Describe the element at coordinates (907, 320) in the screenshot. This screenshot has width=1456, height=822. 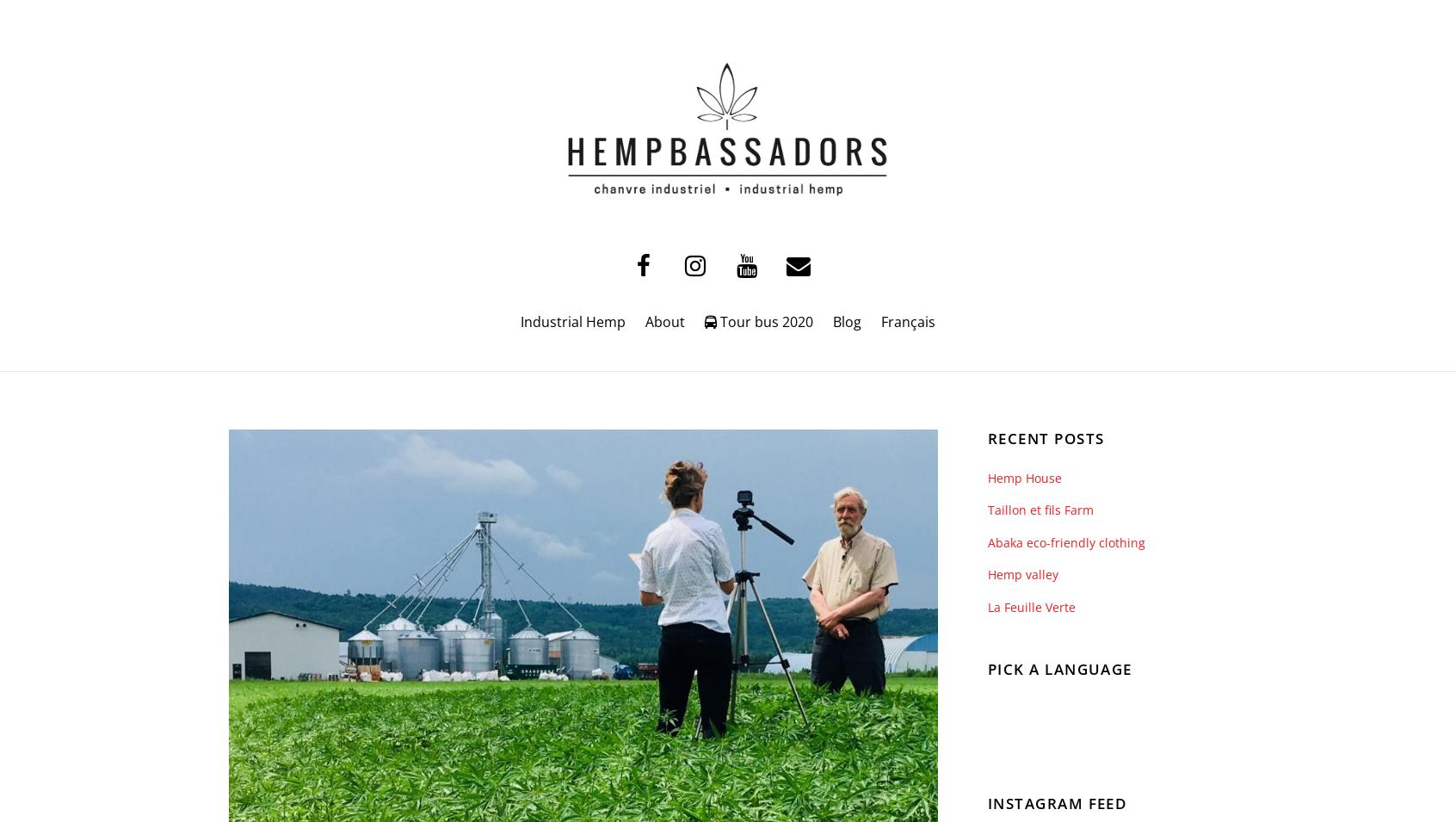
I see `'Français'` at that location.